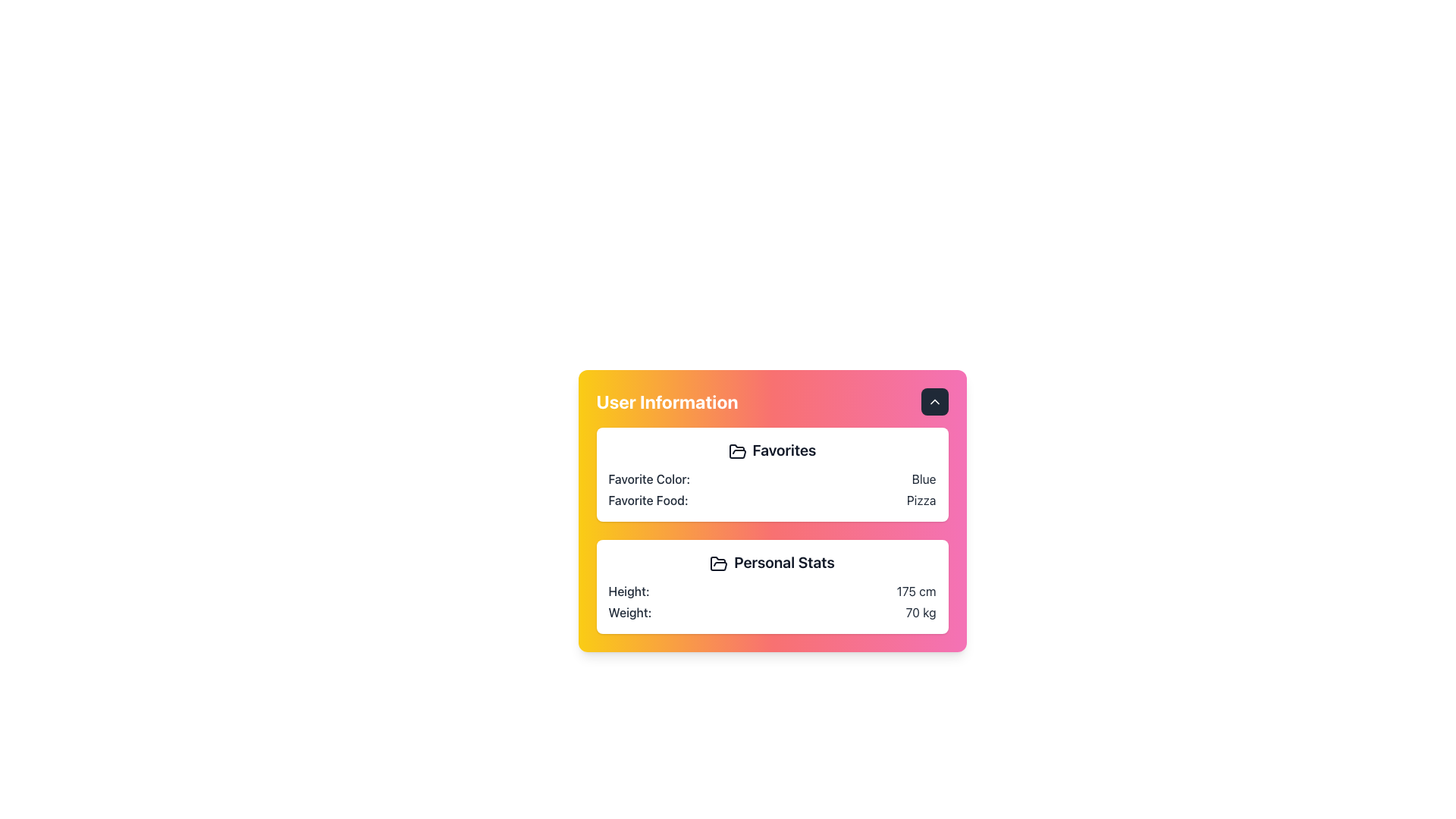 This screenshot has width=1456, height=819. Describe the element at coordinates (648, 500) in the screenshot. I see `text label displaying 'Favorite Food:' which is part of the user information box and aligned to the left of its associated value 'Pizza.'` at that location.